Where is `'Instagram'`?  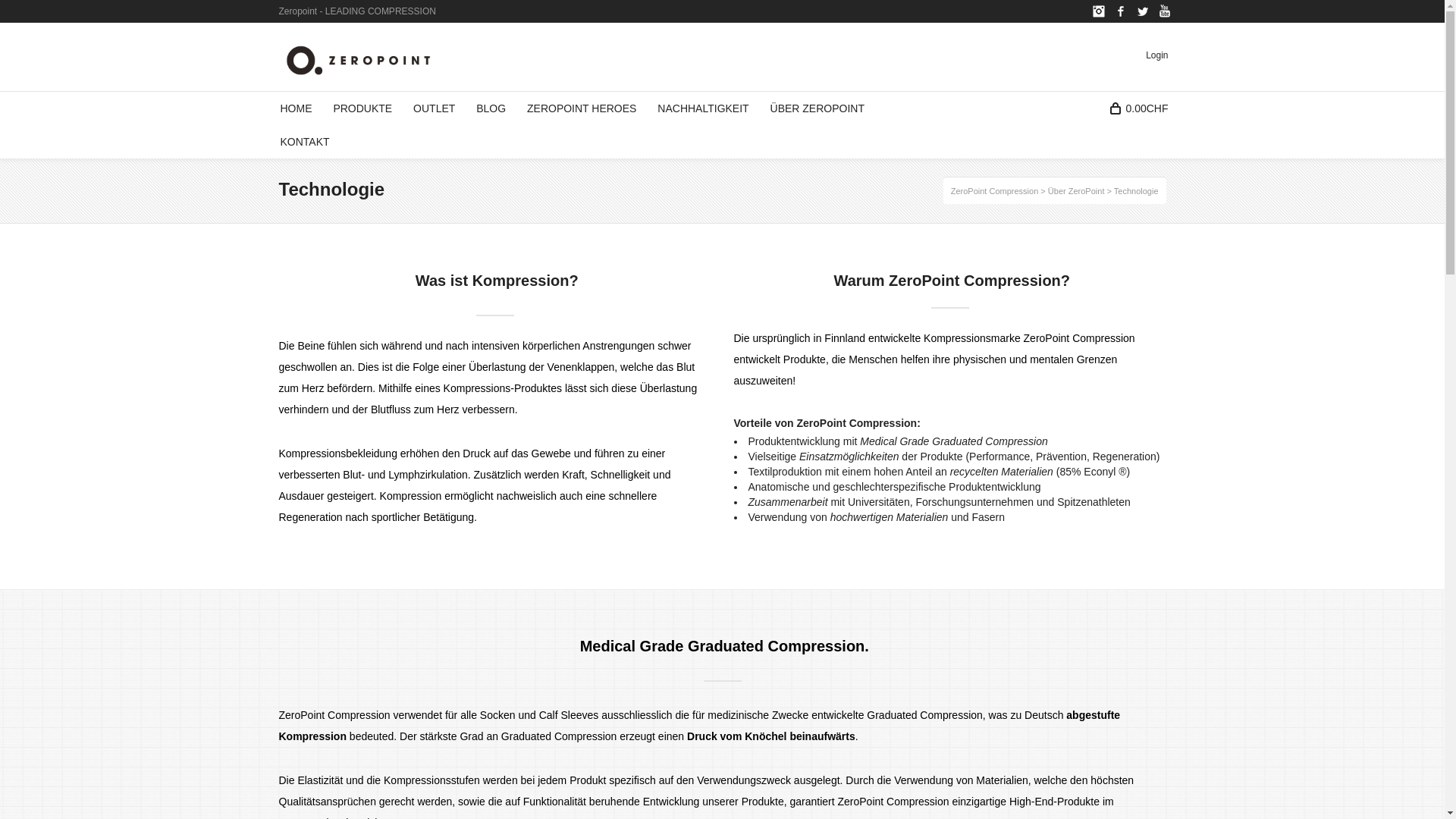
'Instagram' is located at coordinates (1087, 11).